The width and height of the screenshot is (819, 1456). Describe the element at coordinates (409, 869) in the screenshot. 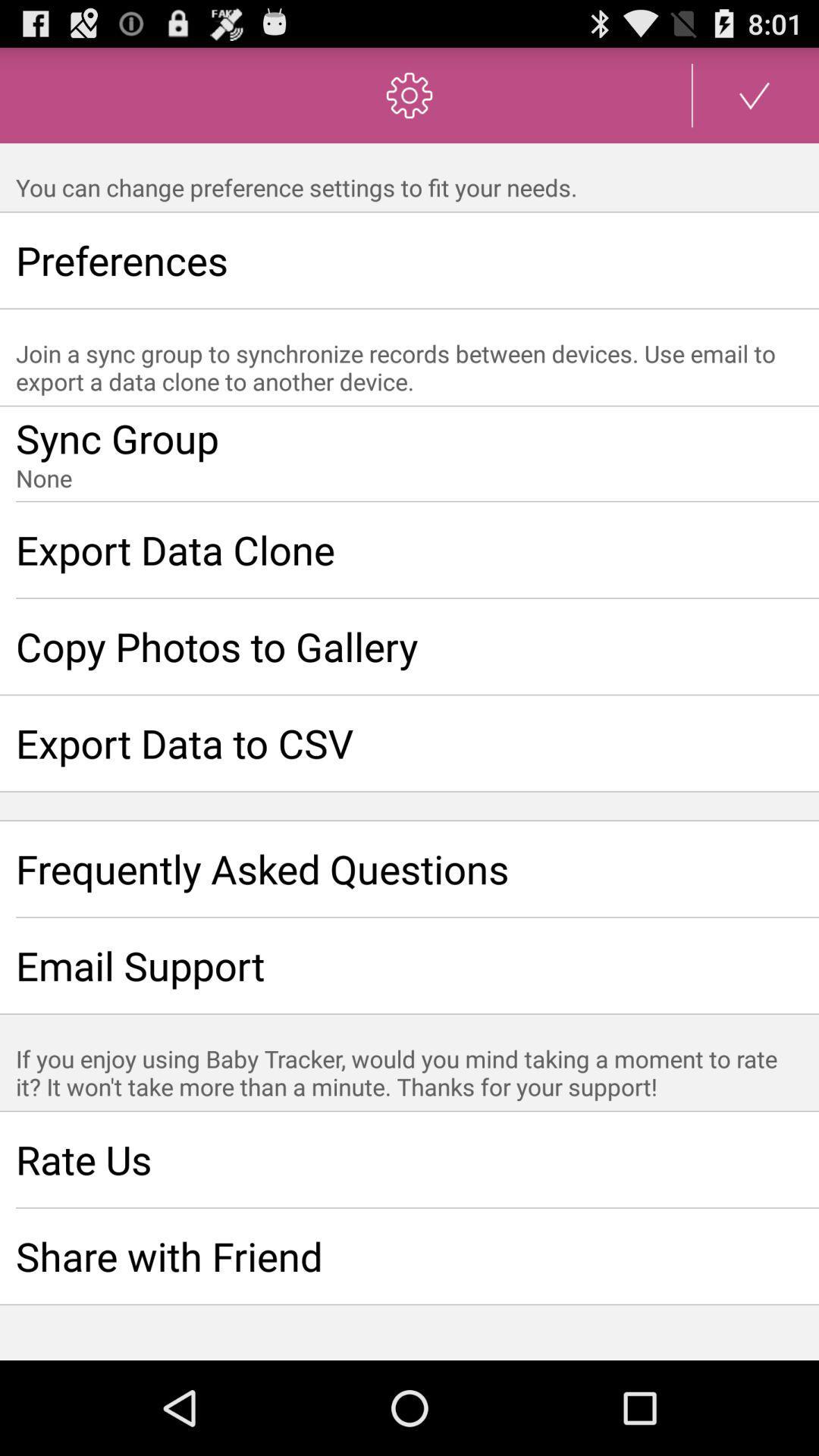

I see `frequently asked questions icon` at that location.